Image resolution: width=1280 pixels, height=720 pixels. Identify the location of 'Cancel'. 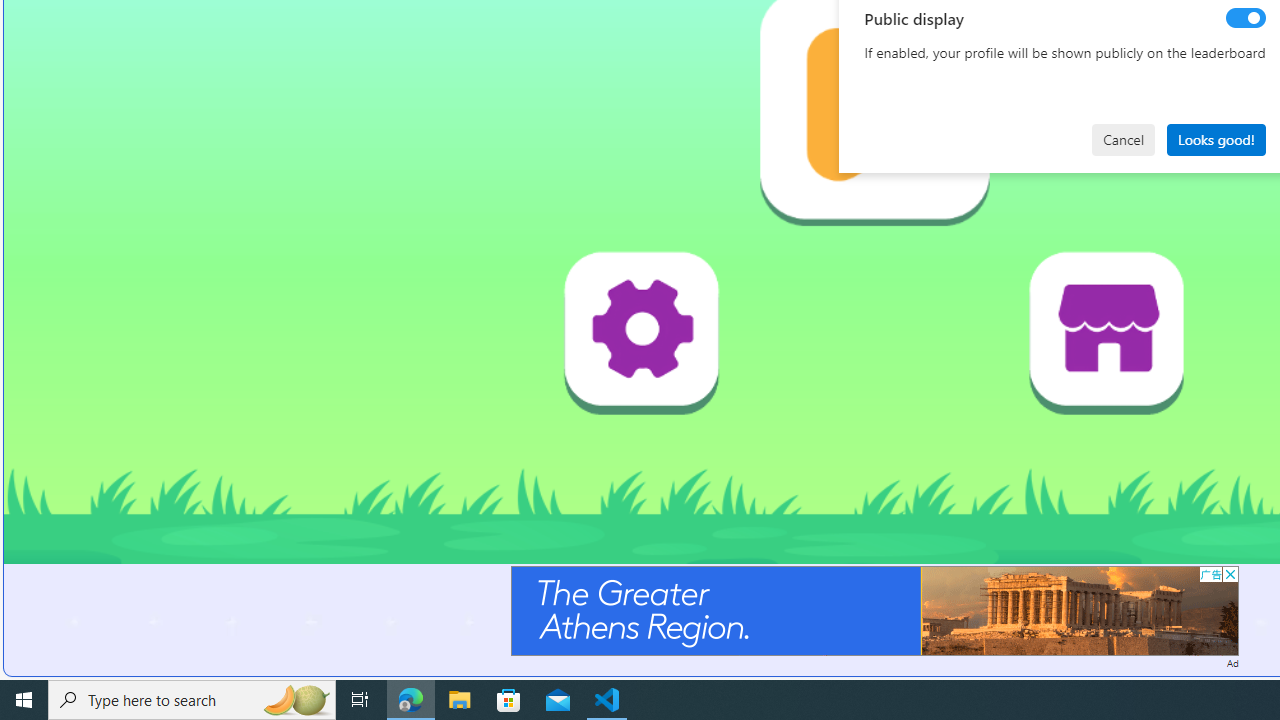
(1123, 138).